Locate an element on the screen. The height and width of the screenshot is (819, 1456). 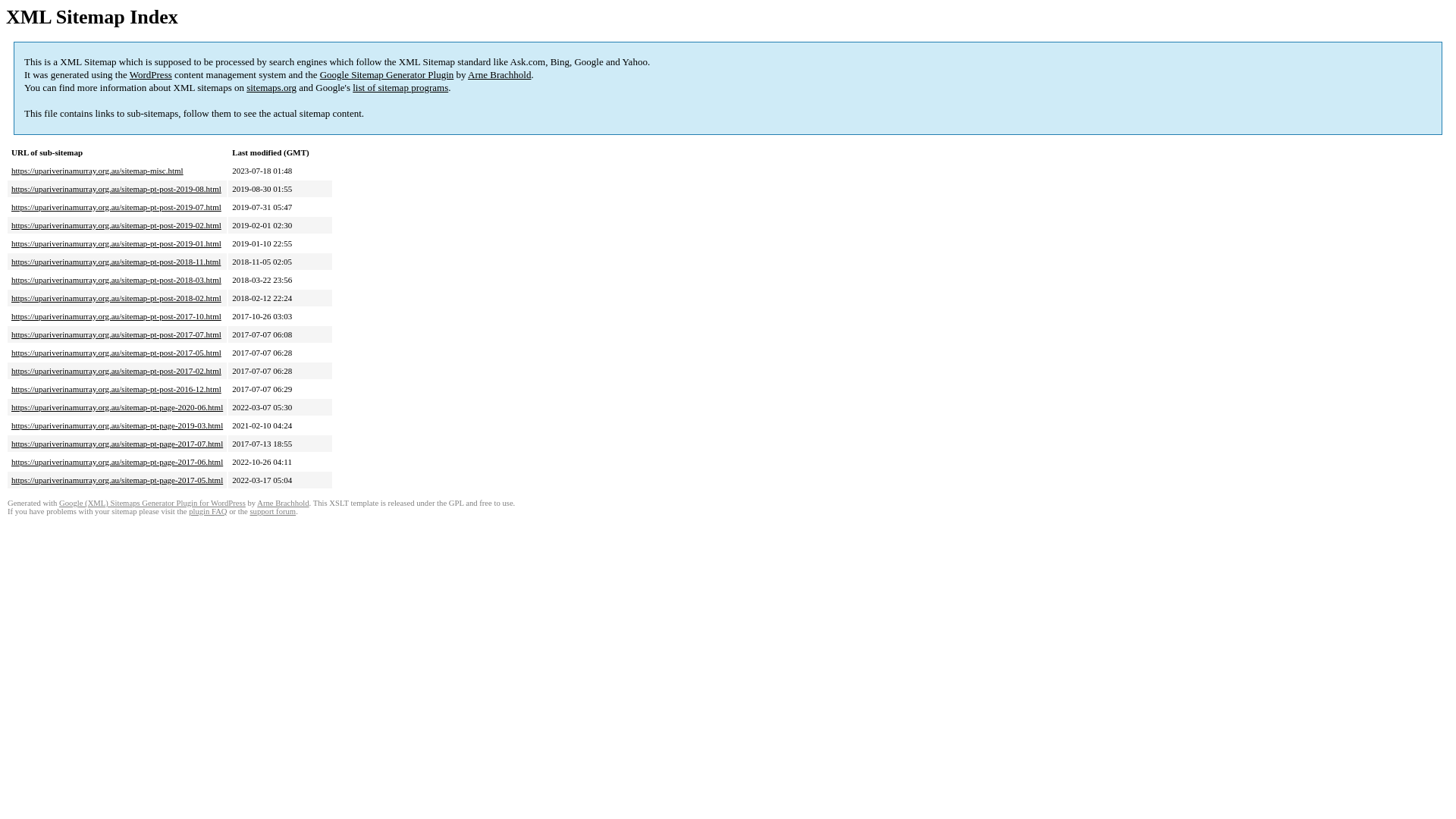
'Google Sitemap Generator Plugin' is located at coordinates (387, 74).